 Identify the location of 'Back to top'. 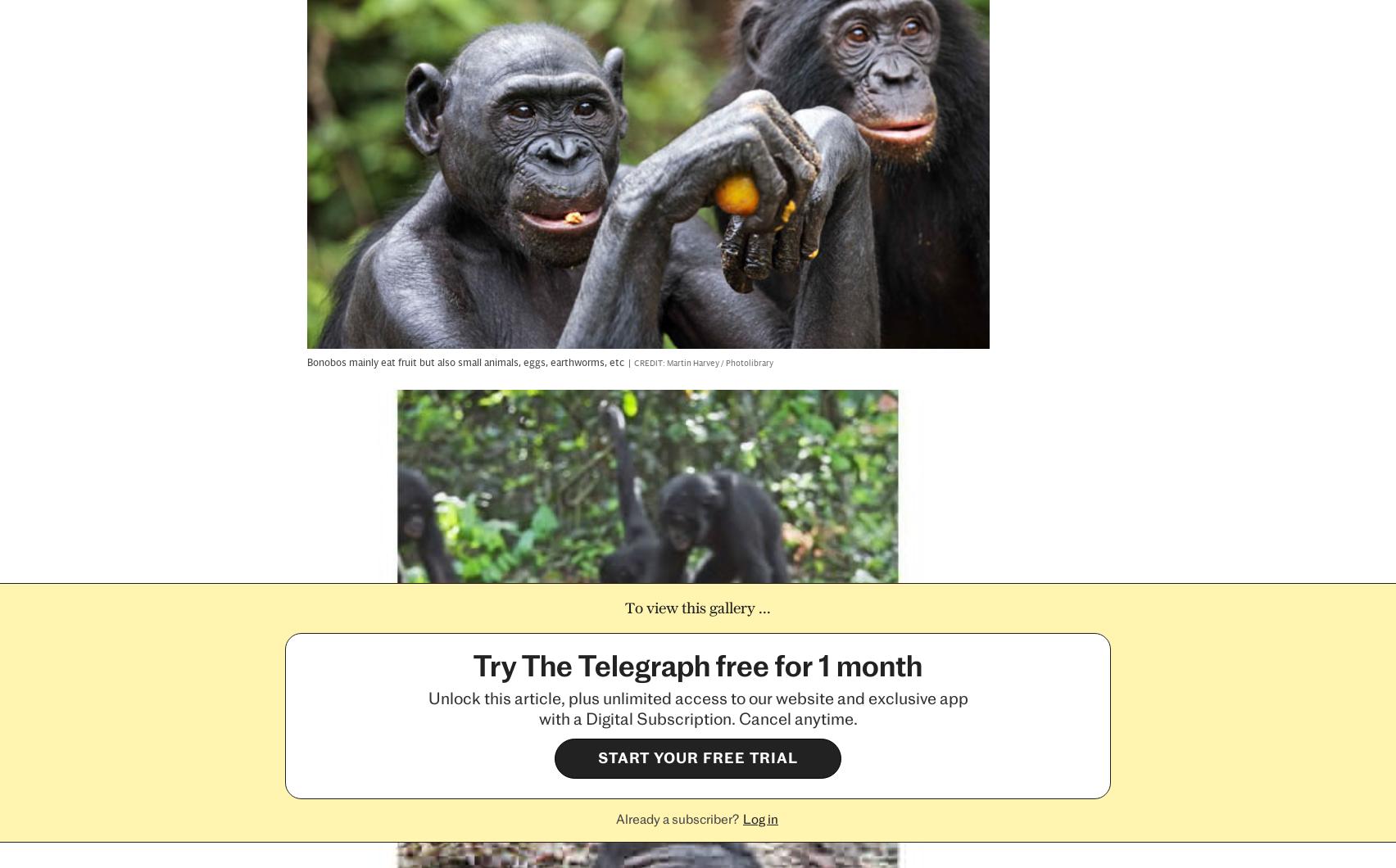
(1247, 604).